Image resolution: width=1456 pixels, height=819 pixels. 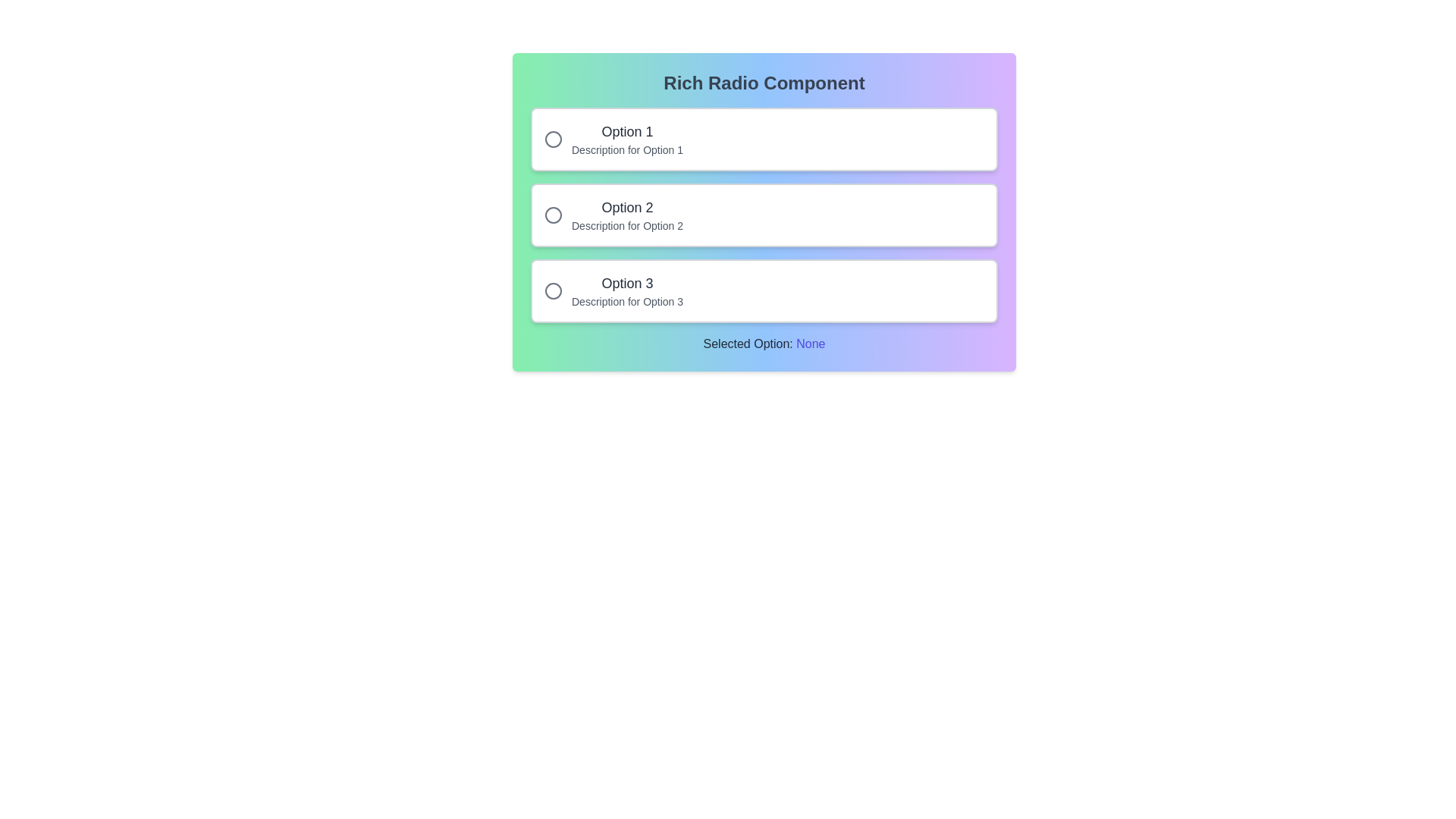 I want to click on the text label that provides the title and description for the second option in the selectable list, so click(x=627, y=215).